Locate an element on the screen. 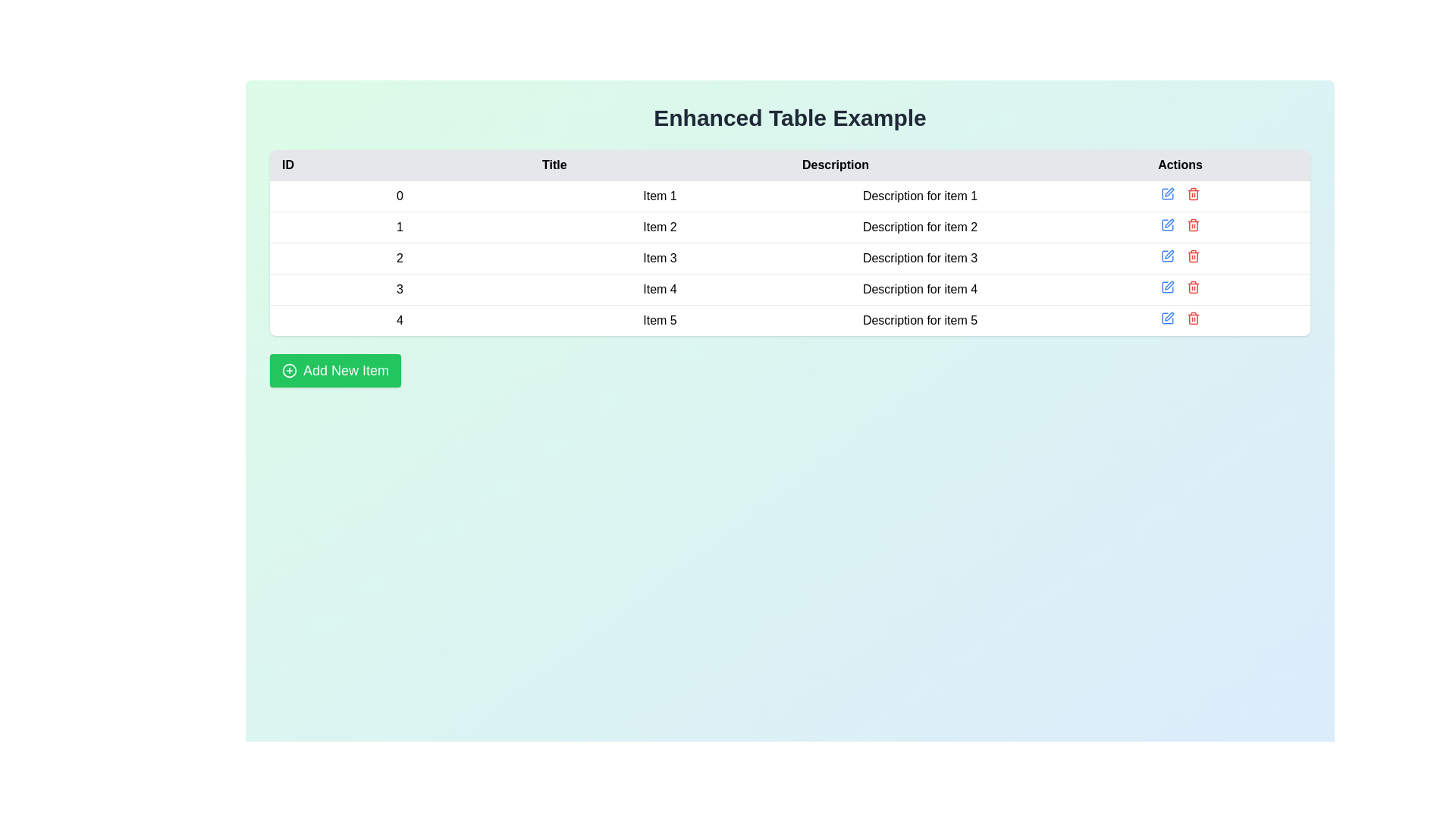  the edit icon located in the 'Actions' column of the first row in the table is located at coordinates (1166, 193).